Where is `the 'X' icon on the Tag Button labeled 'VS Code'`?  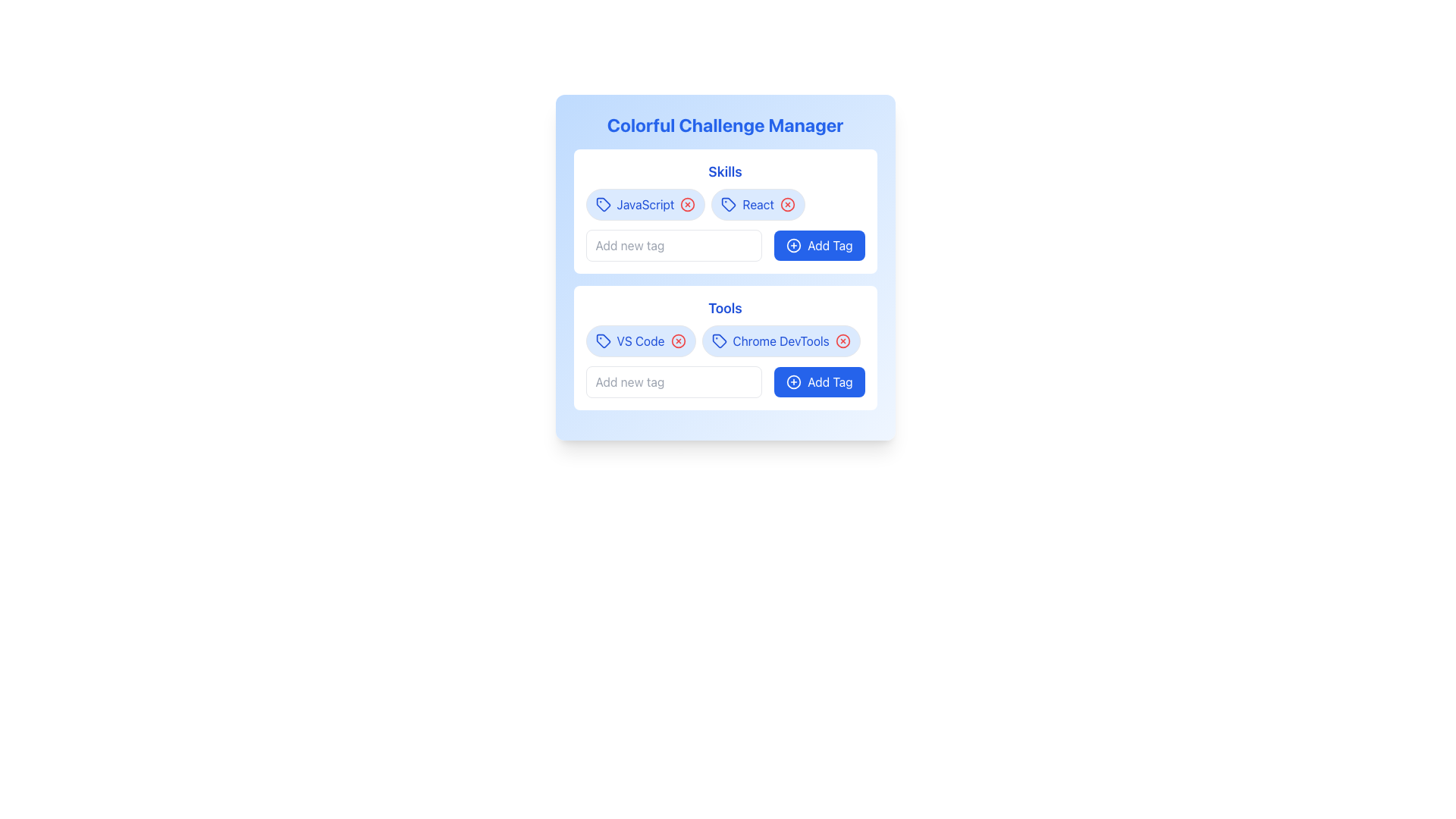 the 'X' icon on the Tag Button labeled 'VS Code' is located at coordinates (640, 341).